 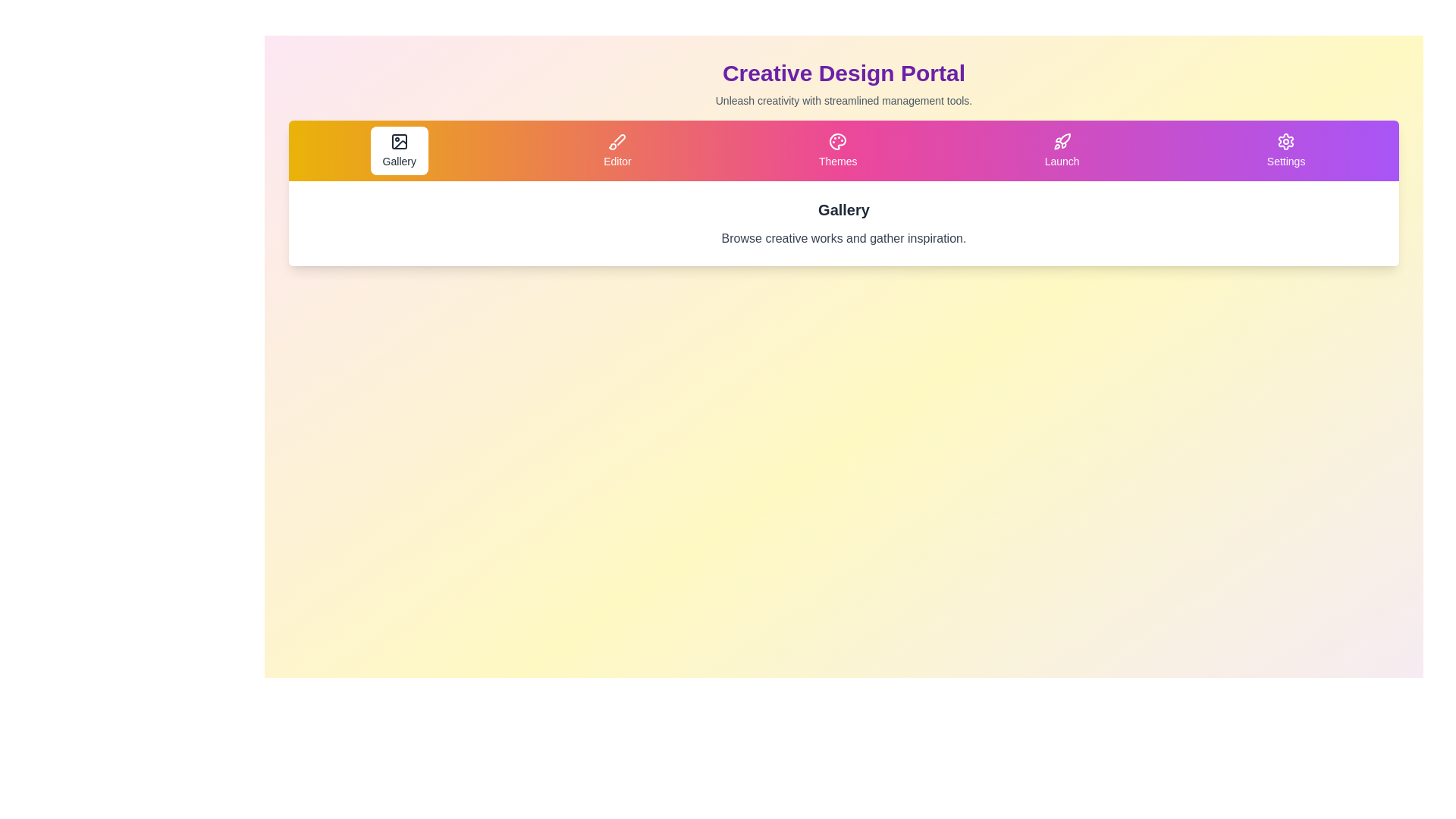 What do you see at coordinates (1285, 141) in the screenshot?
I see `the cogwheel-shaped icon with a purple background and white outline in the top-right section of the navigation bar` at bounding box center [1285, 141].